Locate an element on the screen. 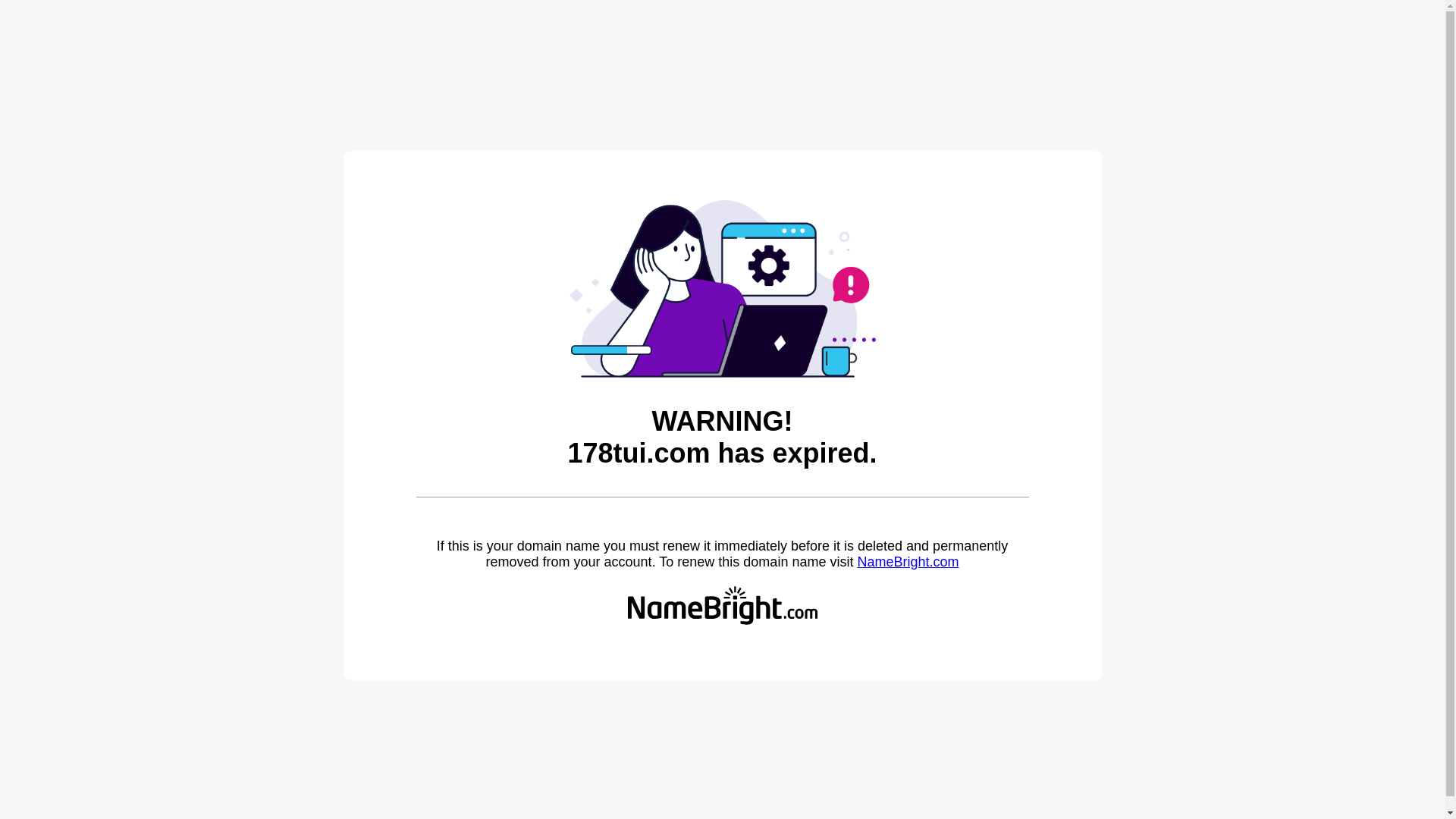 The width and height of the screenshot is (1456, 819). 'NameBright.com' is located at coordinates (907, 561).